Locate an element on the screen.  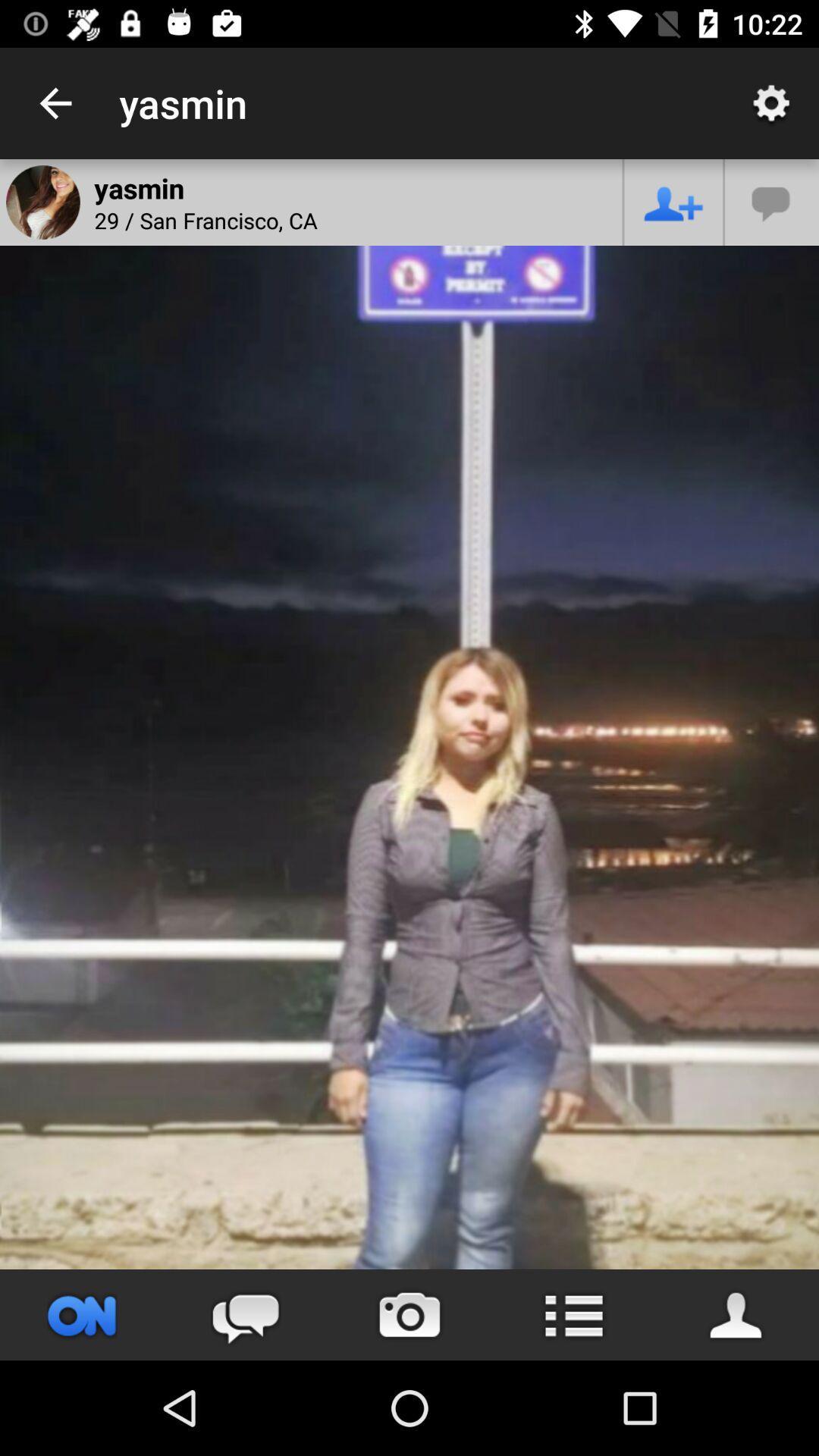
open profile is located at coordinates (736, 1314).